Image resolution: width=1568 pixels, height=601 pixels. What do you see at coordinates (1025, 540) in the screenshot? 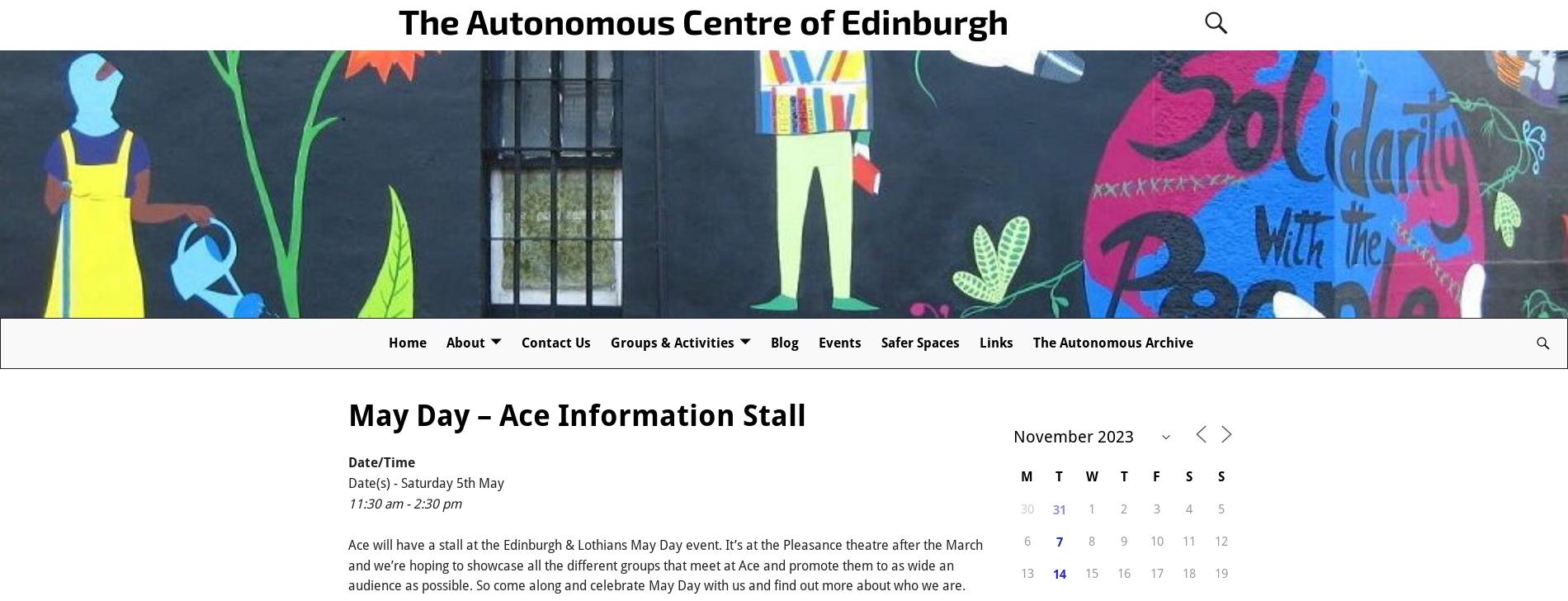
I see `'6'` at bounding box center [1025, 540].